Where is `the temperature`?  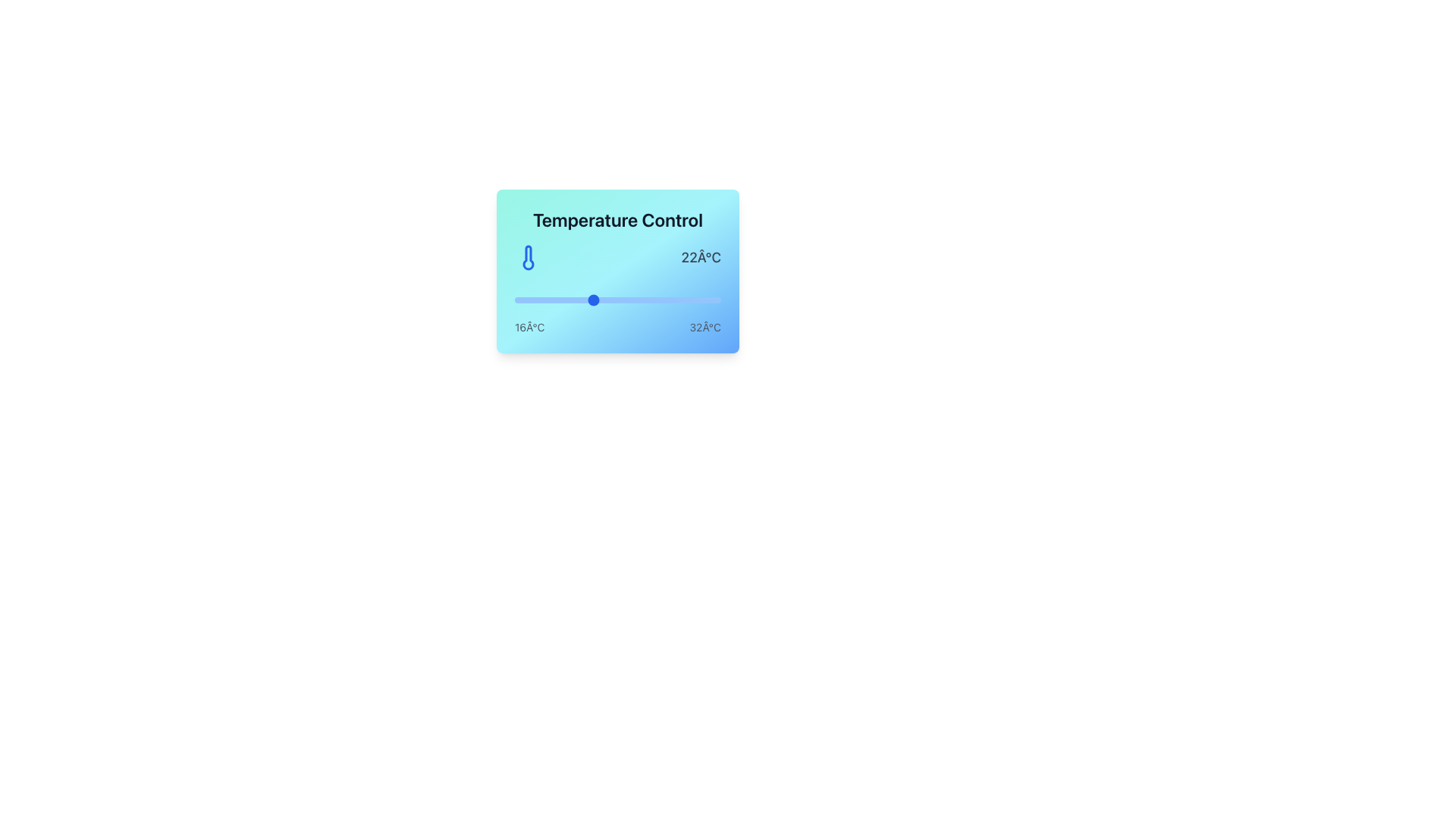 the temperature is located at coordinates (604, 300).